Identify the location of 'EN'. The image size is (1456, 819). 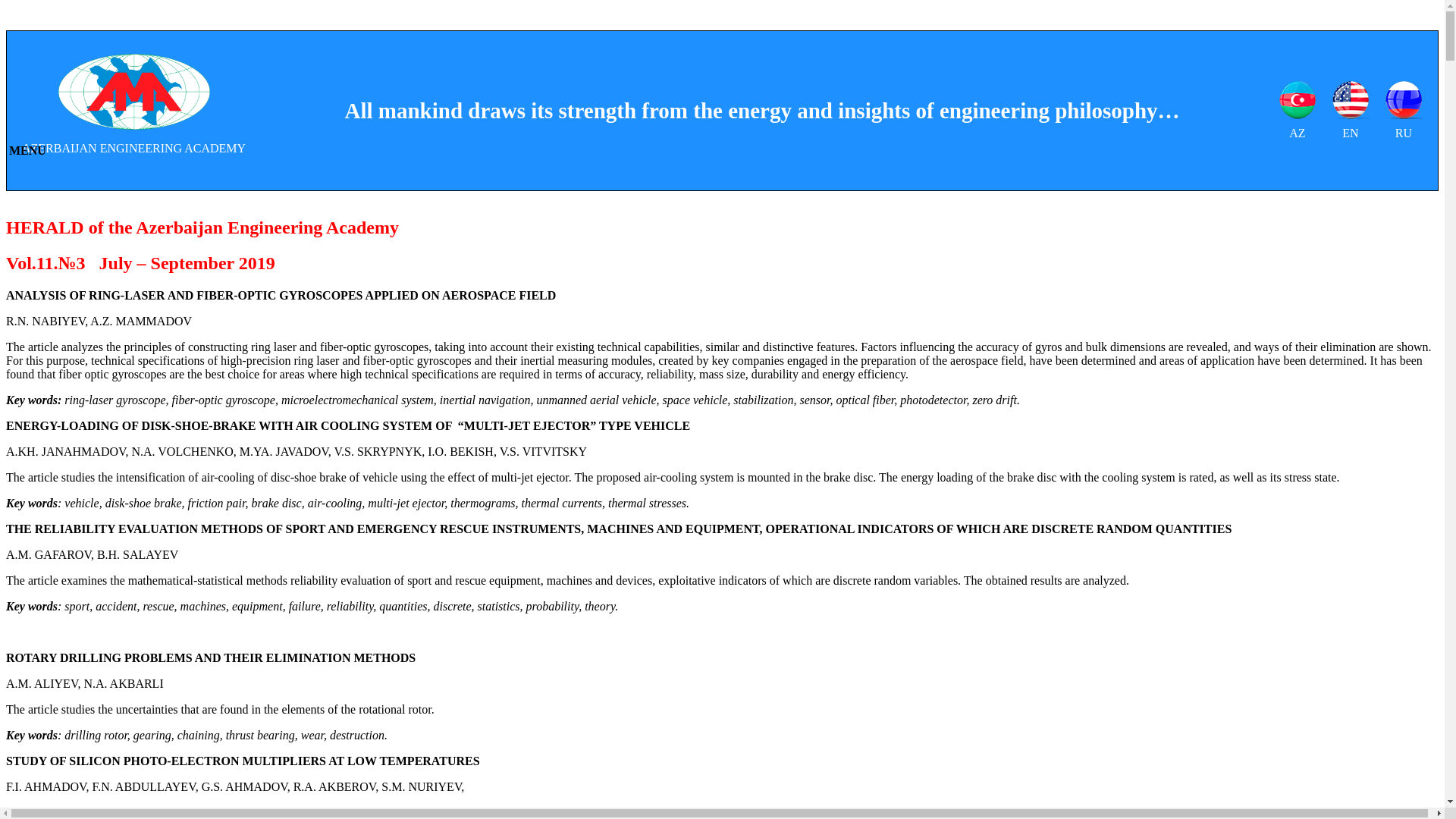
(1350, 110).